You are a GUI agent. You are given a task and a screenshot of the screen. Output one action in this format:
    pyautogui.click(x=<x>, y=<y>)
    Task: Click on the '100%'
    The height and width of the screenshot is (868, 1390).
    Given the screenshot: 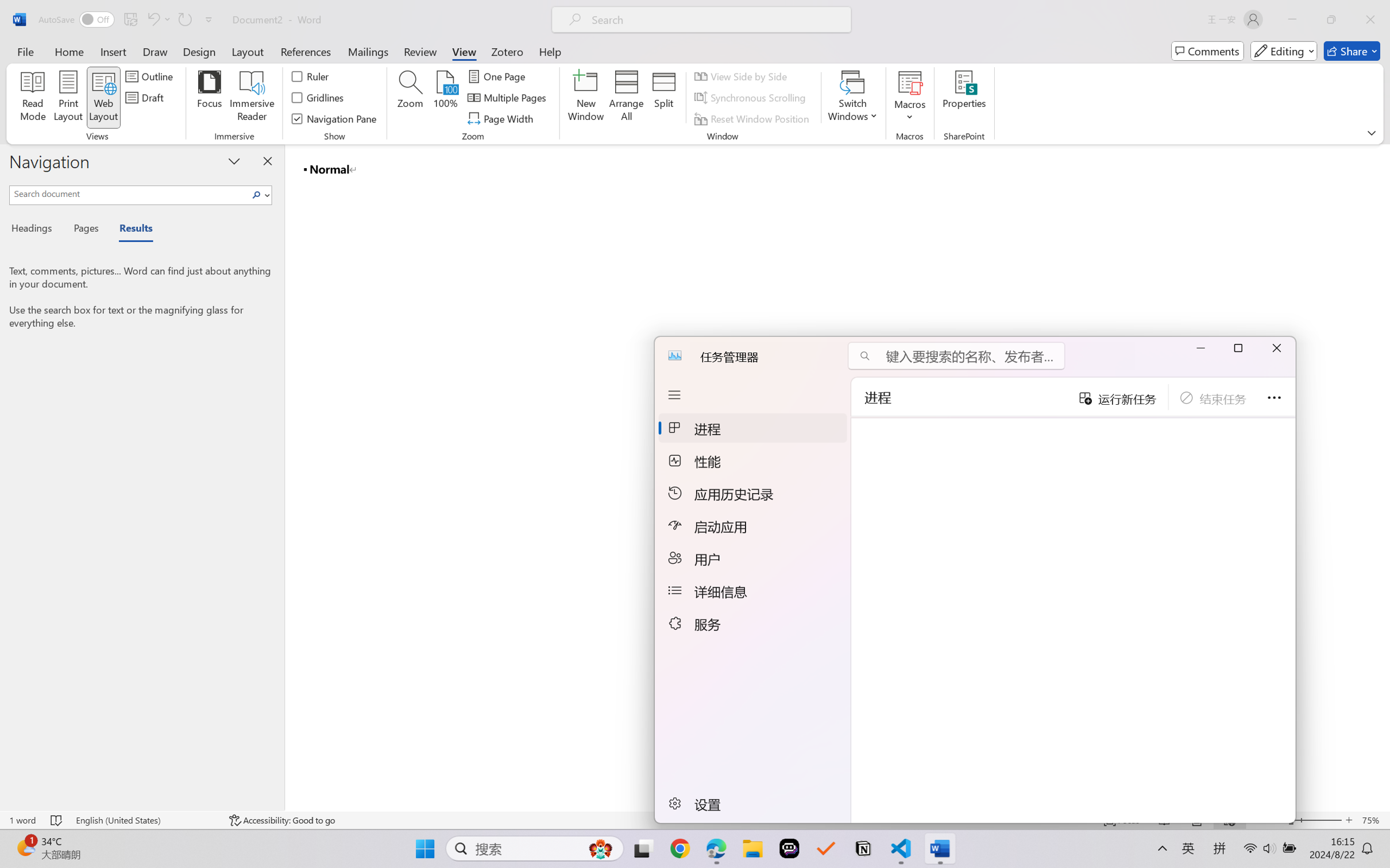 What is the action you would take?
    pyautogui.click(x=445, y=98)
    